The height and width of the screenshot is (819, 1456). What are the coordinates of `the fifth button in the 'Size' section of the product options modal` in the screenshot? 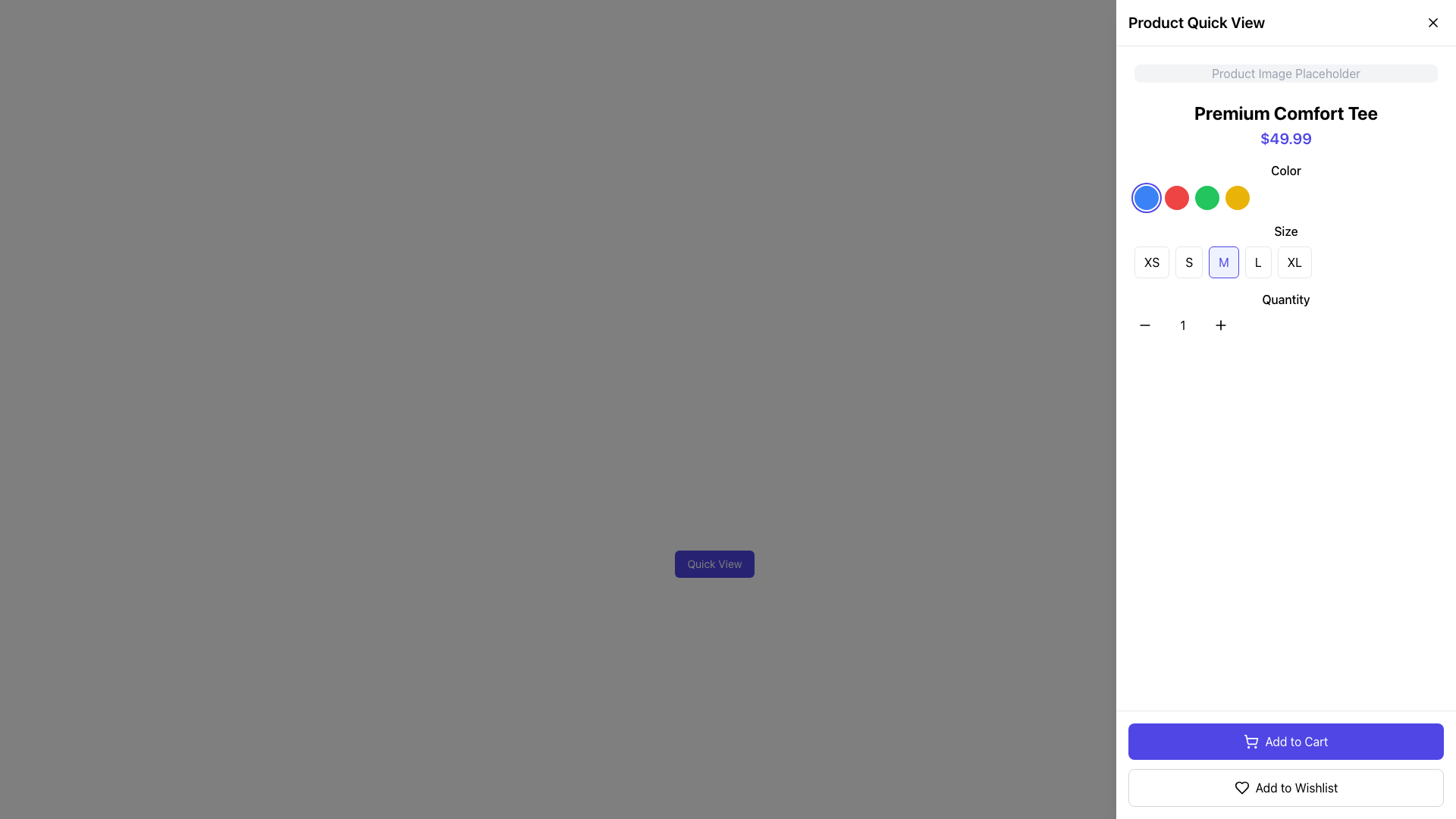 It's located at (1285, 249).